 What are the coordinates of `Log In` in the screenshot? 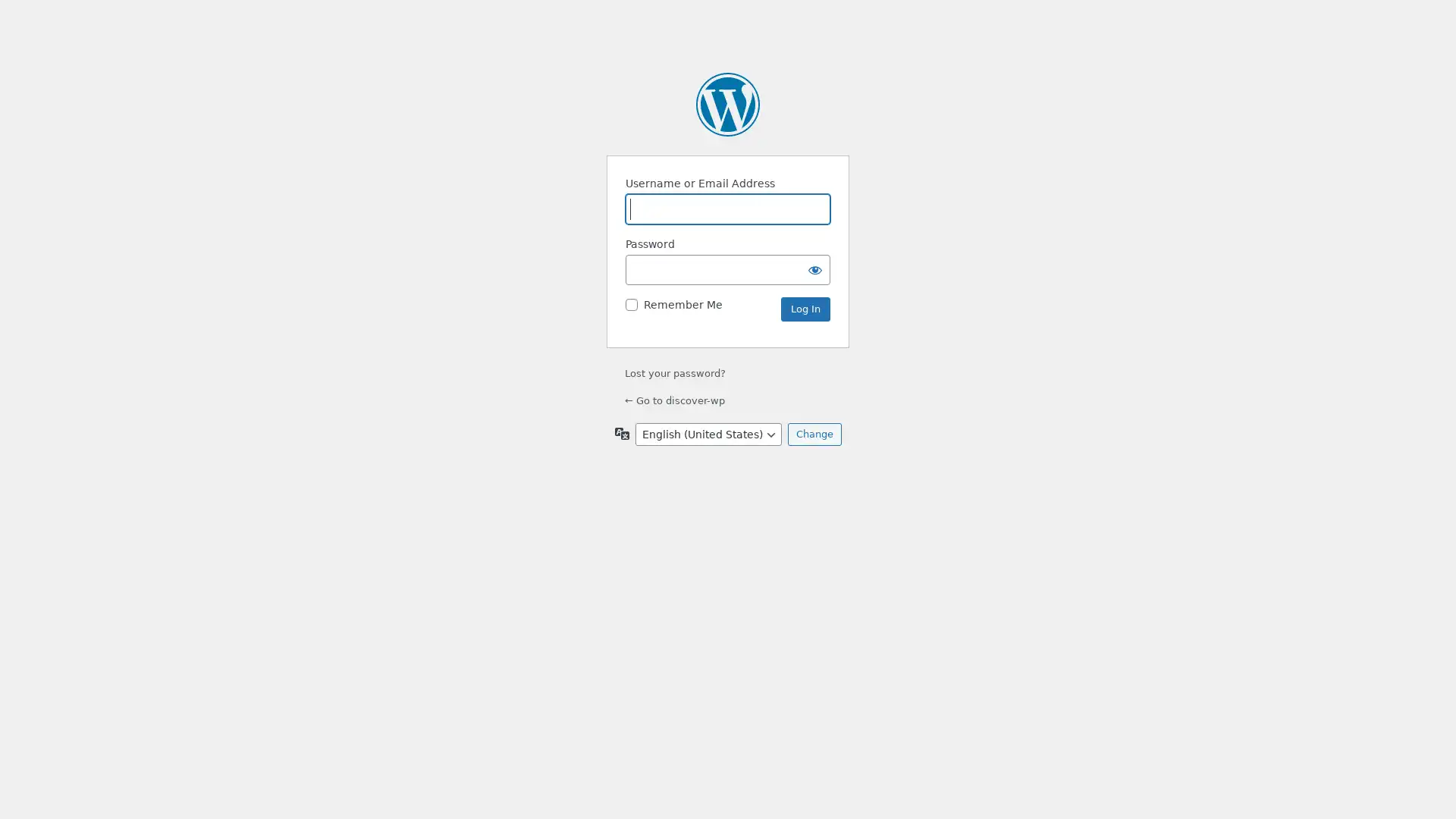 It's located at (805, 309).